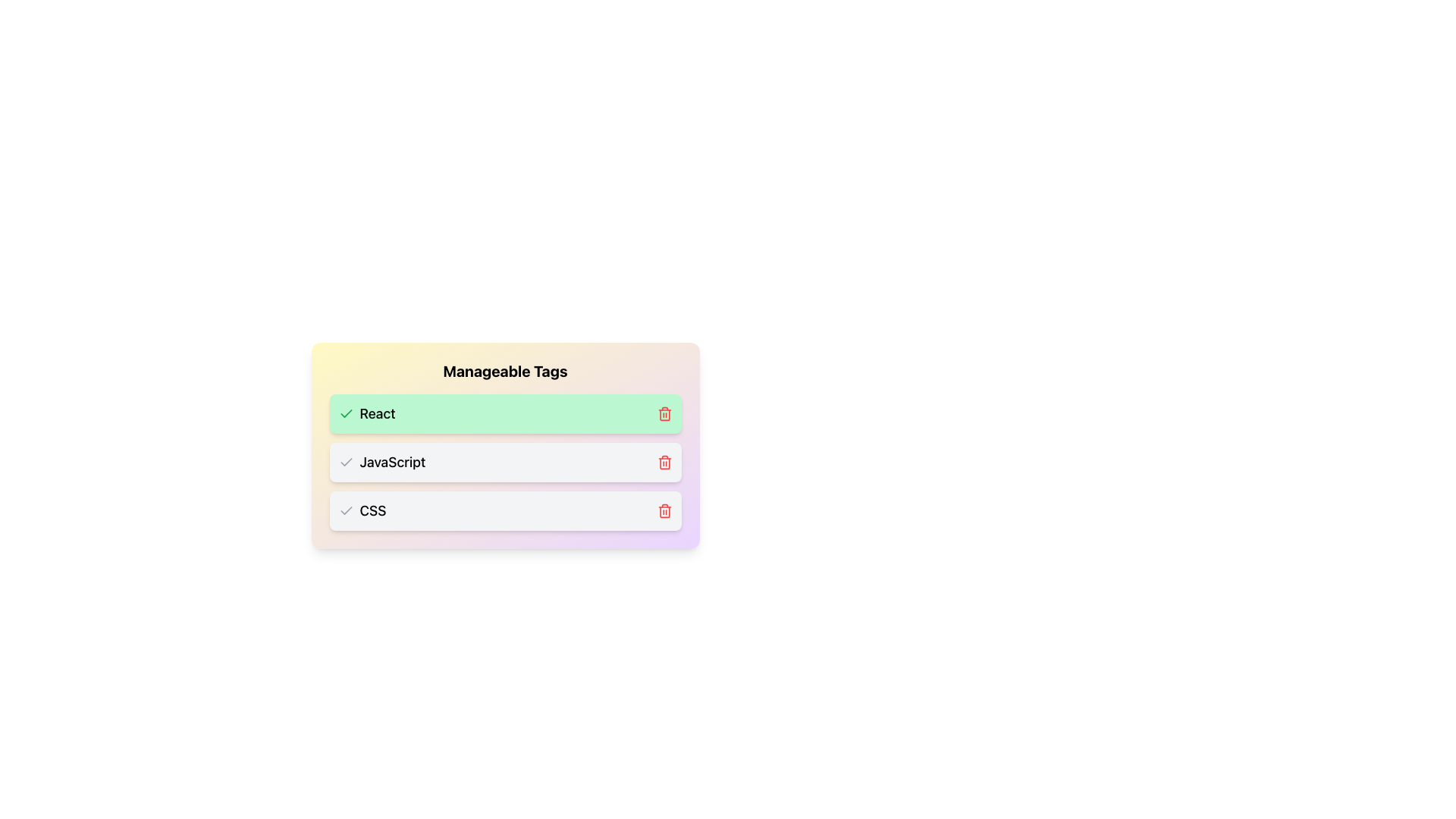  I want to click on the 'JavaScript' text label, which is the second item in the 'Manageable Tags' list, located between the 'React' tag above and the 'CSS' tag below, with an SVG check icon to its left and a delete icon to its right, so click(392, 461).